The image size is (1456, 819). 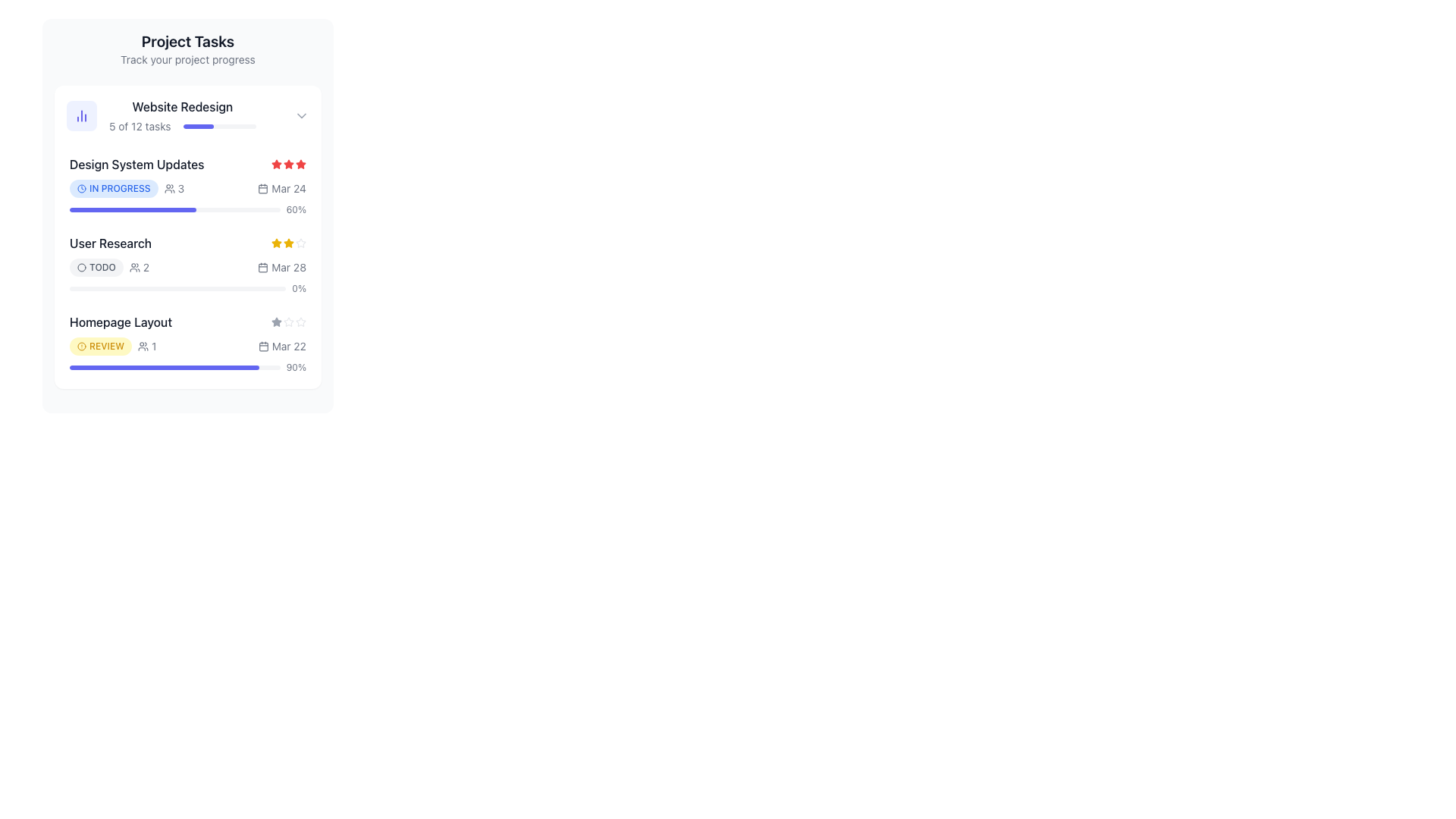 What do you see at coordinates (187, 242) in the screenshot?
I see `the star icons in the 'User Research' section of the 'Website Redesign' task card to update the rating` at bounding box center [187, 242].